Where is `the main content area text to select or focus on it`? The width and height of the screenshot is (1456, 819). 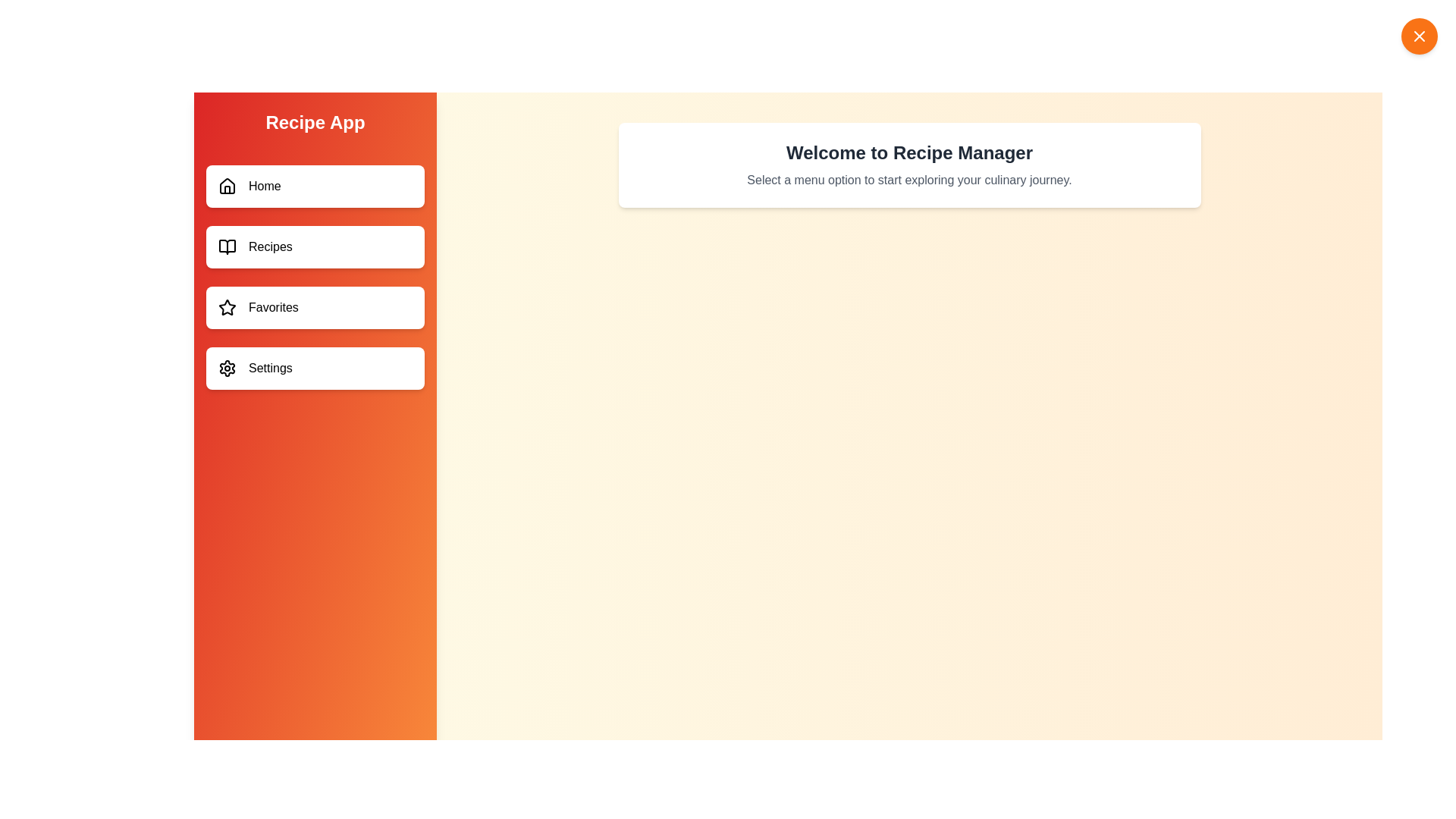 the main content area text to select or focus on it is located at coordinates (909, 152).